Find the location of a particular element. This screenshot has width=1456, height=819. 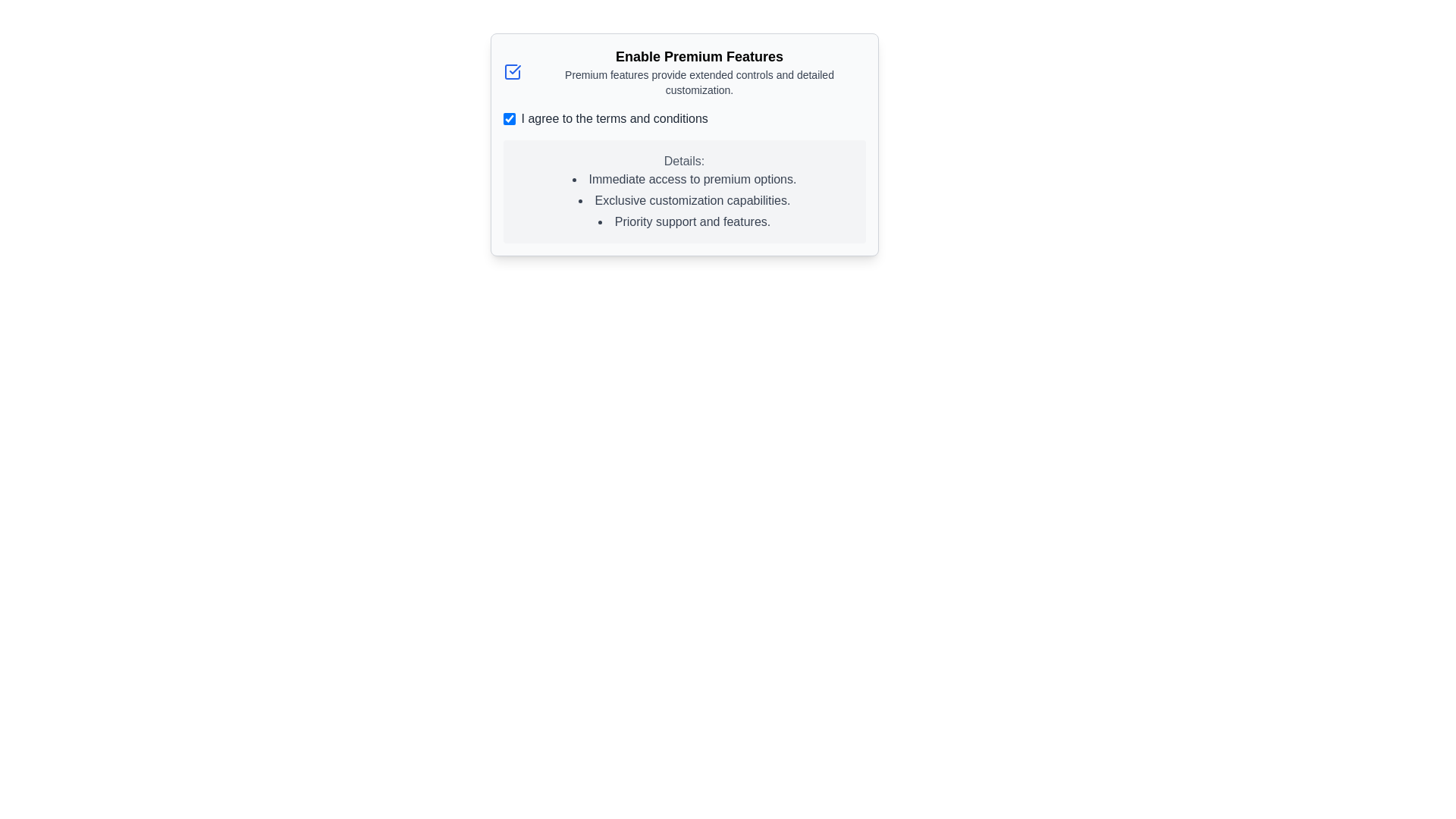

the toggle checkbox located at the top-left corner of the 'Enable Premium Features' section is located at coordinates (512, 72).